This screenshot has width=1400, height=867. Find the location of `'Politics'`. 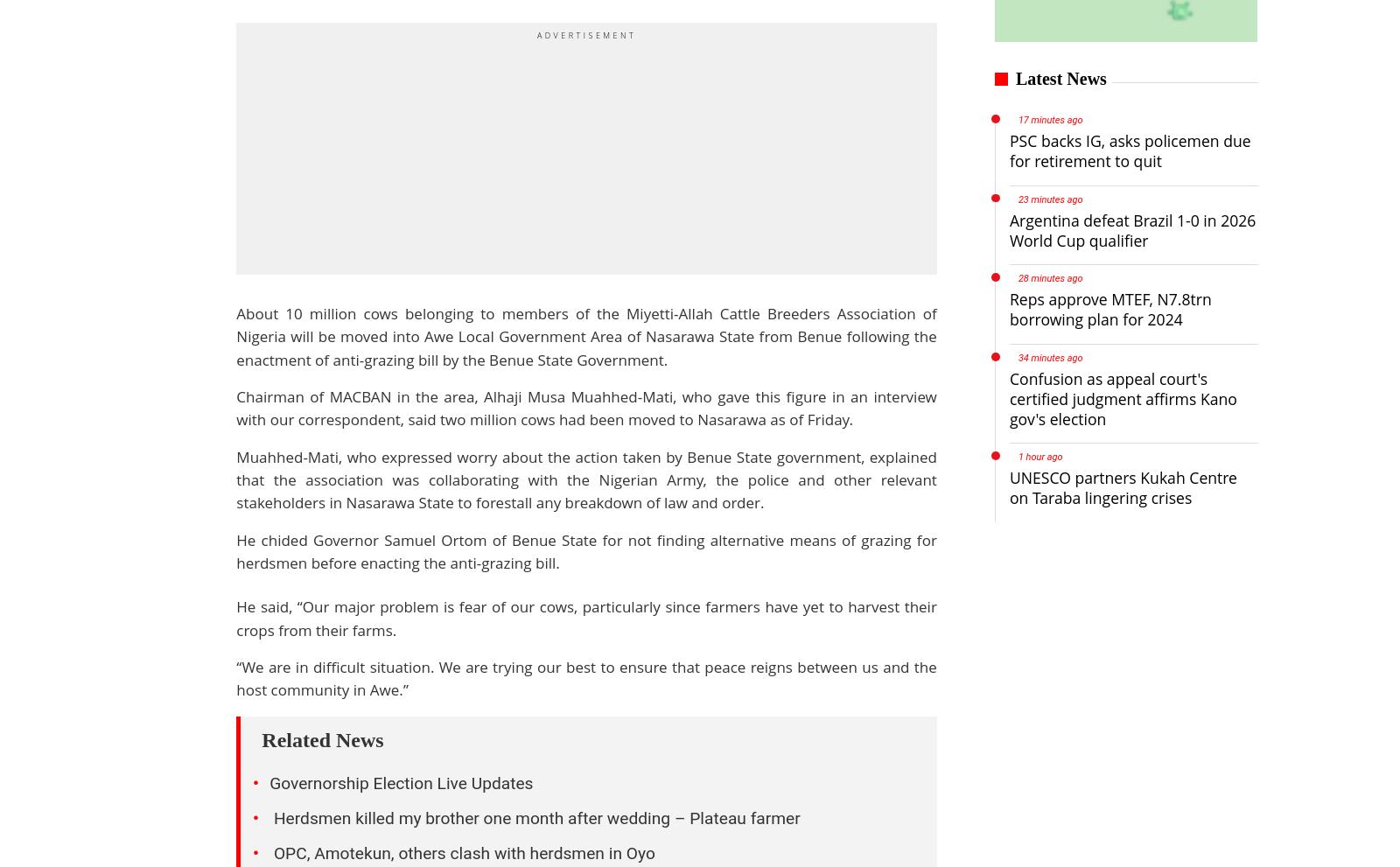

'Politics' is located at coordinates (164, 706).